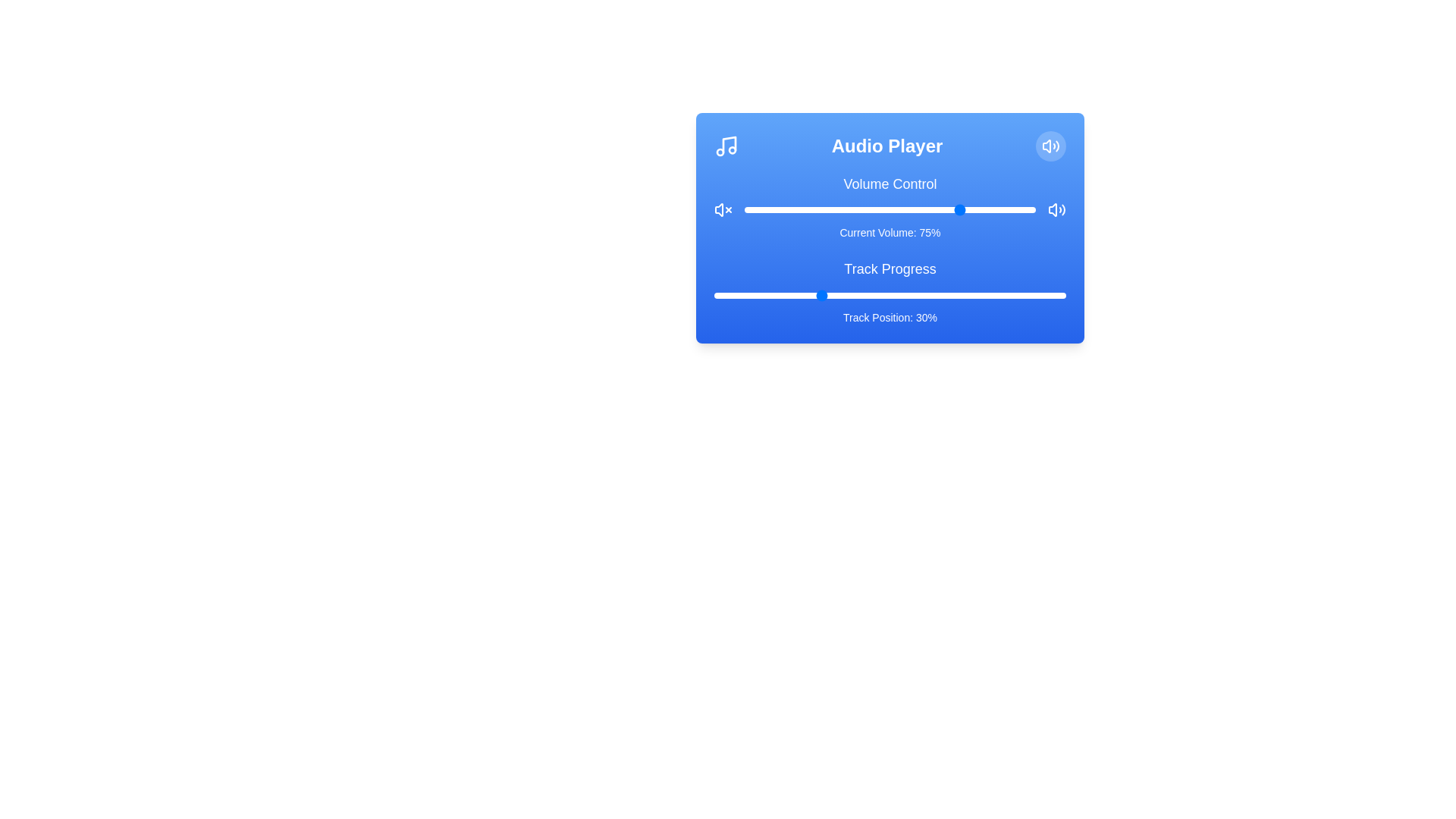 This screenshot has width=1456, height=819. I want to click on track position, so click(869, 295).